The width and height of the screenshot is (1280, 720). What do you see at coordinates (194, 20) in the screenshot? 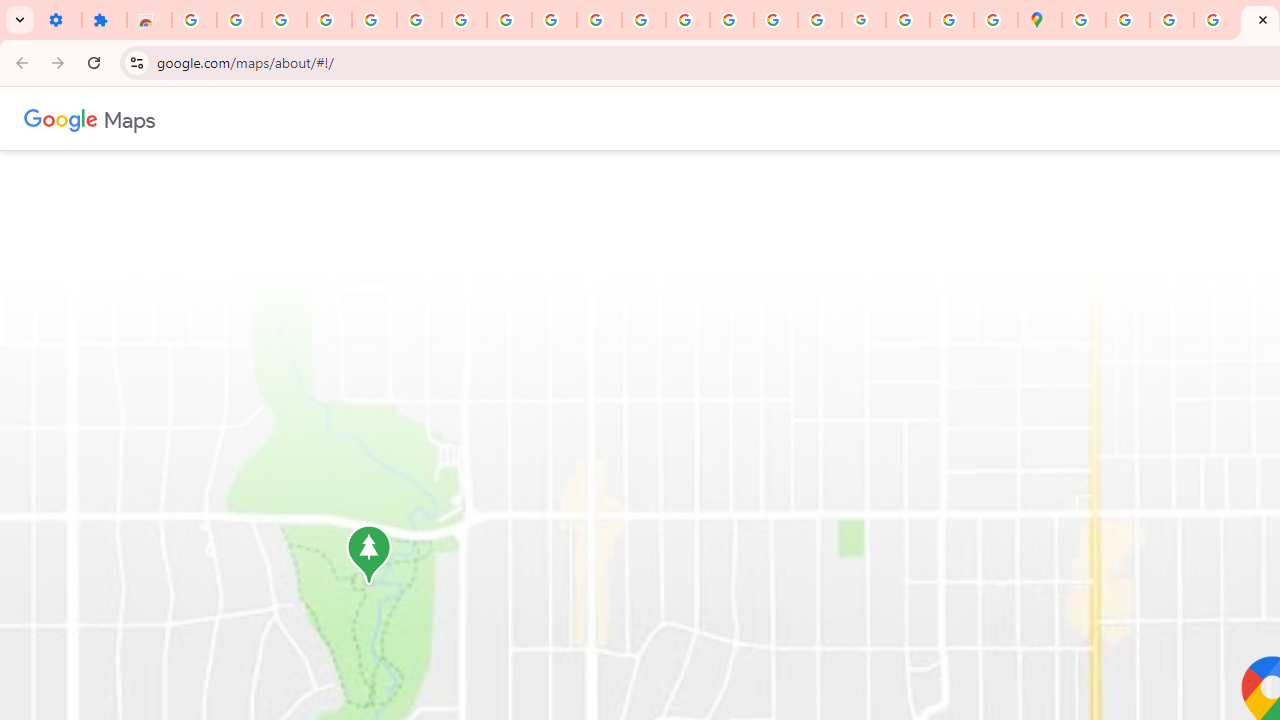
I see `'Sign in - Google Accounts'` at bounding box center [194, 20].